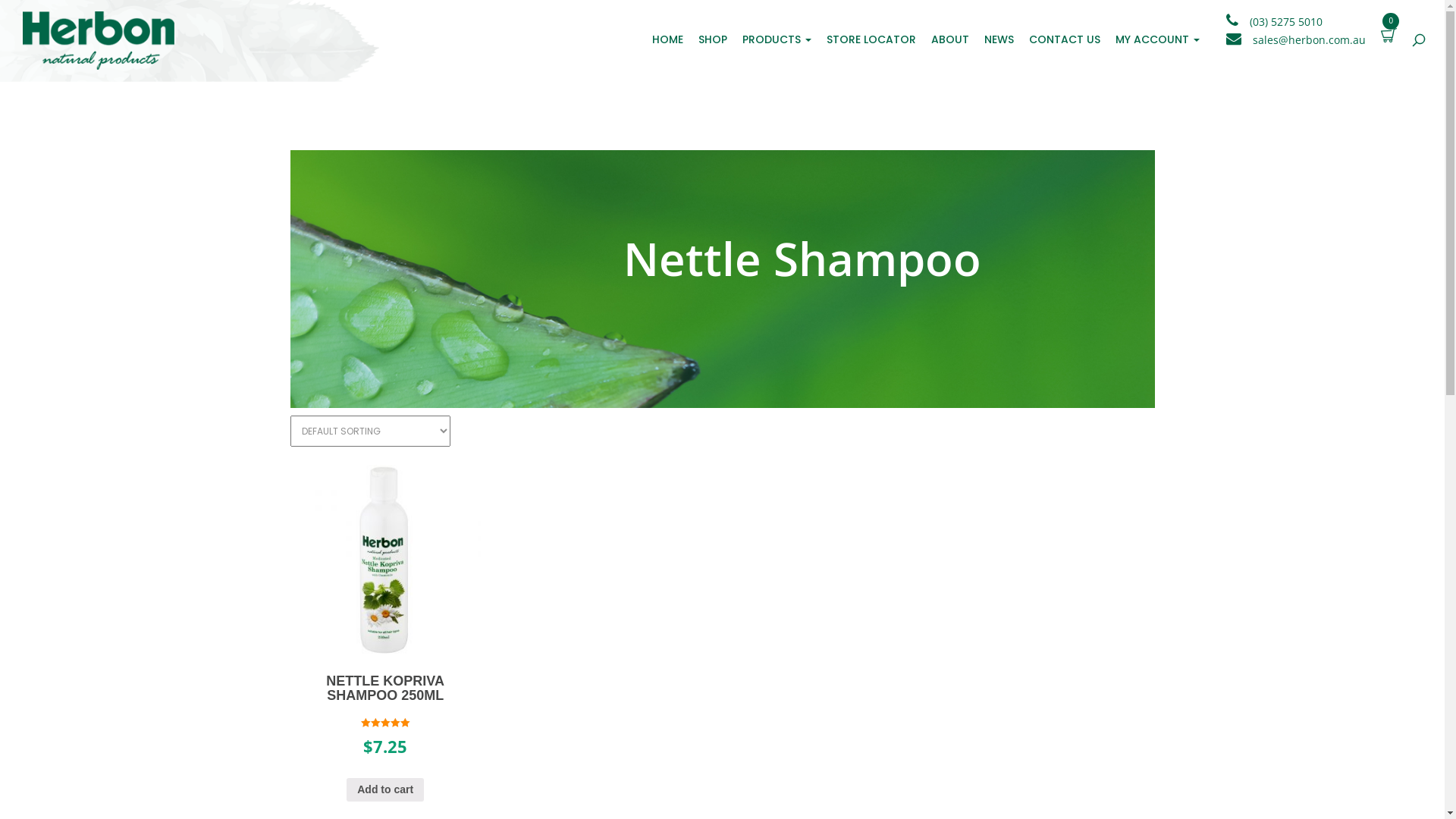  I want to click on 'ABOUT', so click(923, 38).